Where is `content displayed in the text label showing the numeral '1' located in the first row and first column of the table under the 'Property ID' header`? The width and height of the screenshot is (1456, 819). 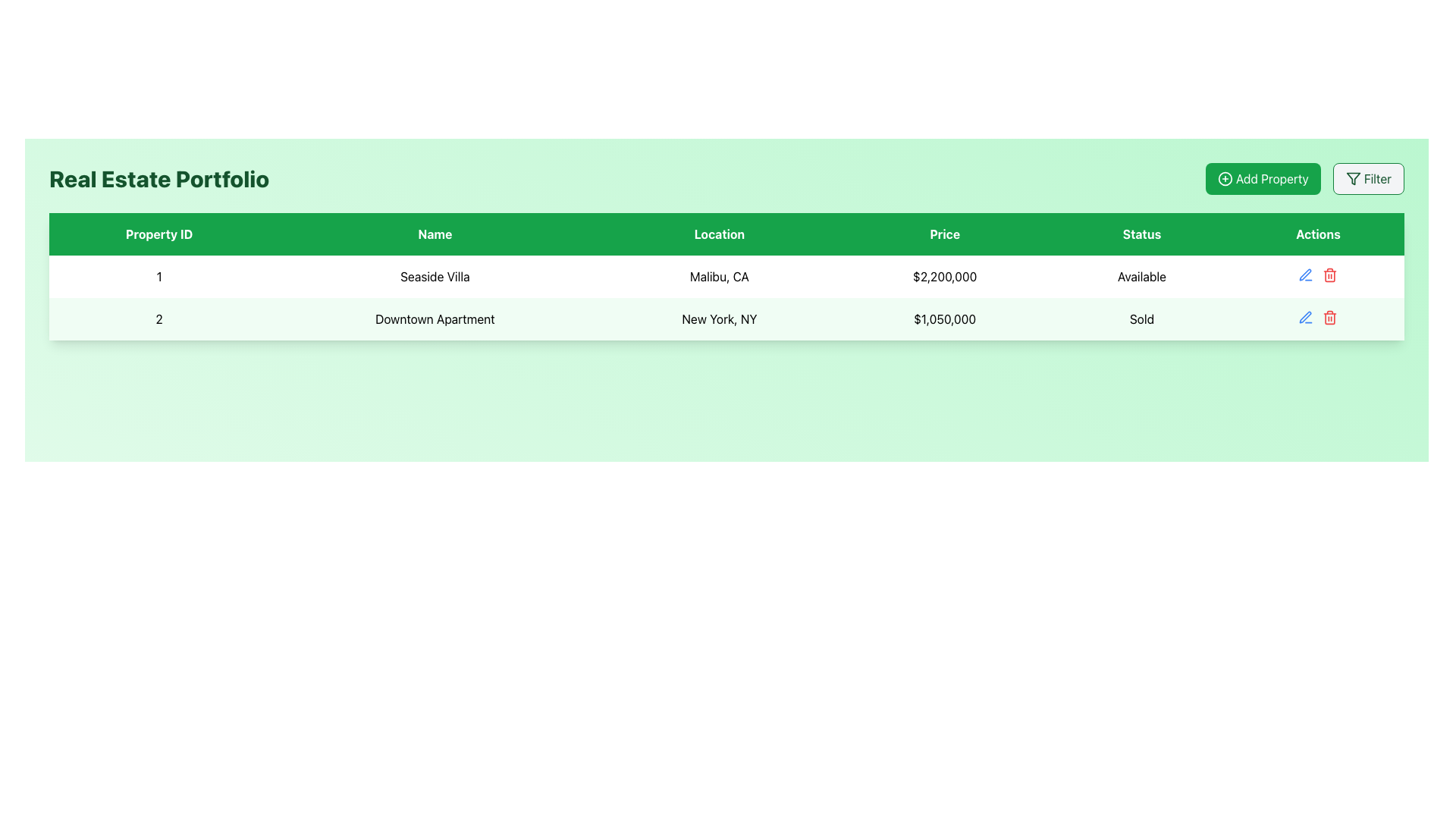
content displayed in the text label showing the numeral '1' located in the first row and first column of the table under the 'Property ID' header is located at coordinates (159, 277).